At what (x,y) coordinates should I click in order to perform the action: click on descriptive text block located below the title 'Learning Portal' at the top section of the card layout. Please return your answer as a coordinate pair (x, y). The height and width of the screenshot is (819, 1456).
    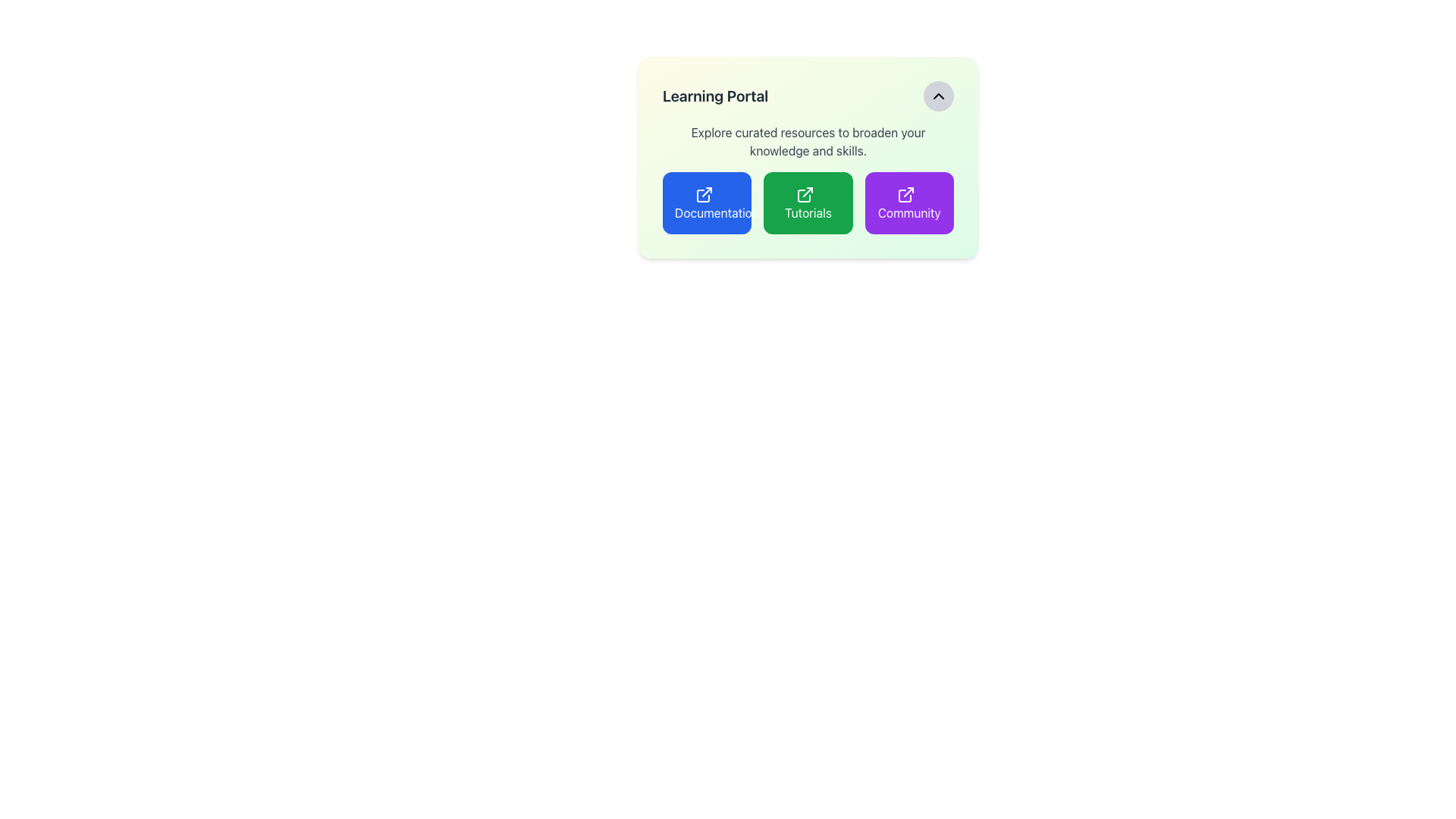
    Looking at the image, I should click on (807, 141).